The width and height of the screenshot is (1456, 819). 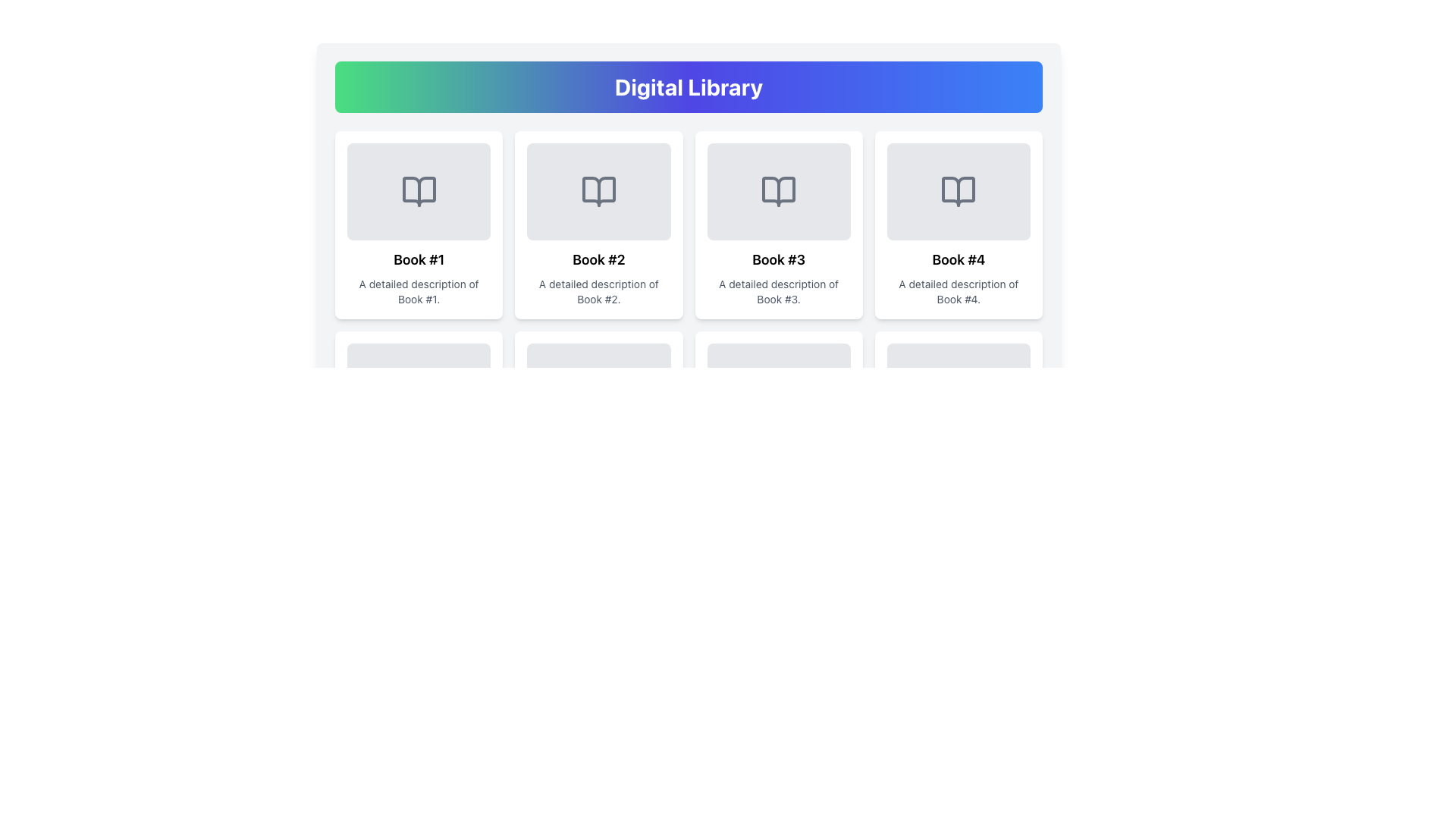 What do you see at coordinates (779, 292) in the screenshot?
I see `the static text display providing additional information about 'Book #3' located in the third card of the first row in the 'Digital Library' grid` at bounding box center [779, 292].